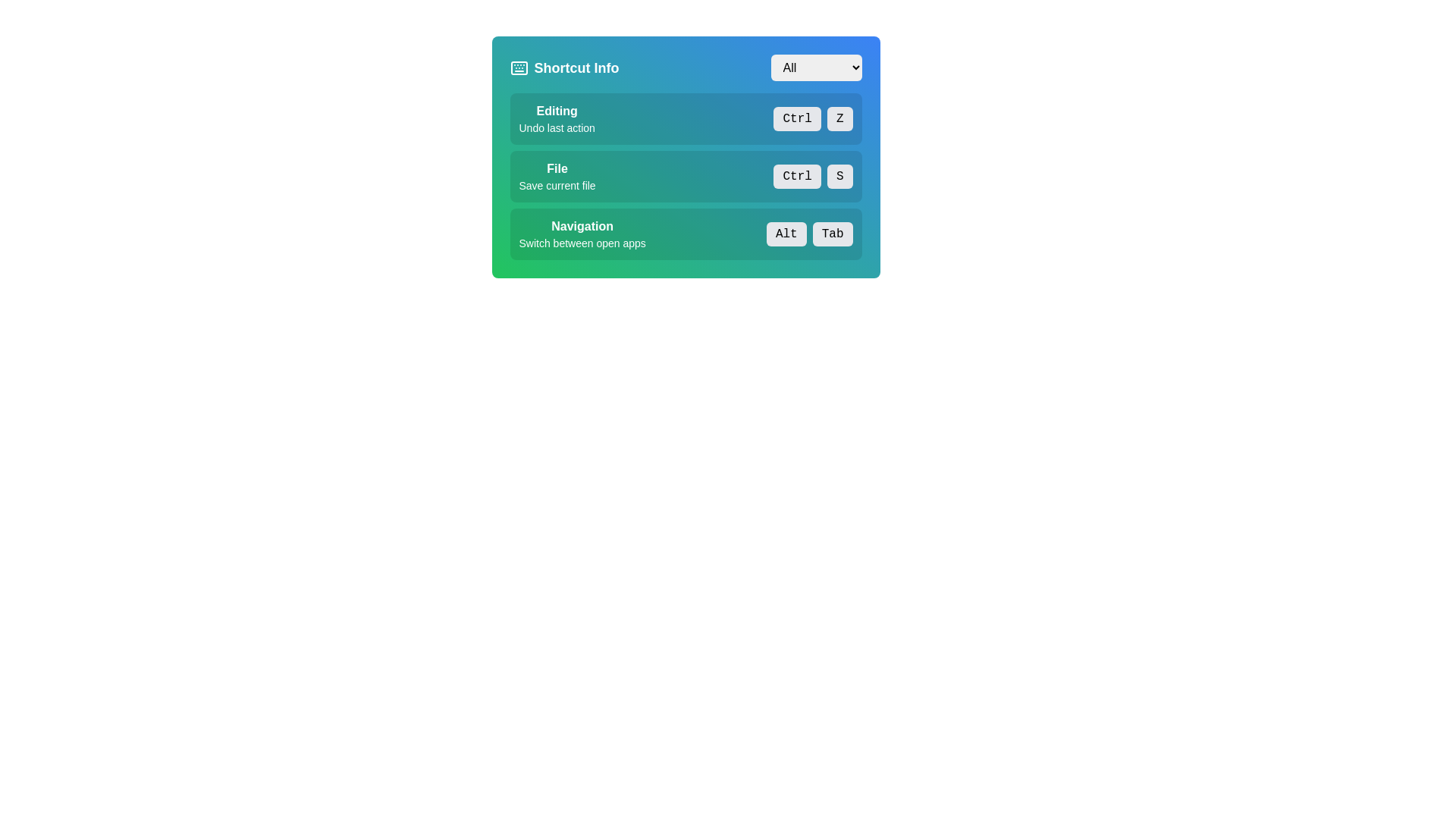  I want to click on the visual keycap label for the 'Ctrl' key in the 'Editing' row of the 'Shortcut Info' section, so click(796, 118).